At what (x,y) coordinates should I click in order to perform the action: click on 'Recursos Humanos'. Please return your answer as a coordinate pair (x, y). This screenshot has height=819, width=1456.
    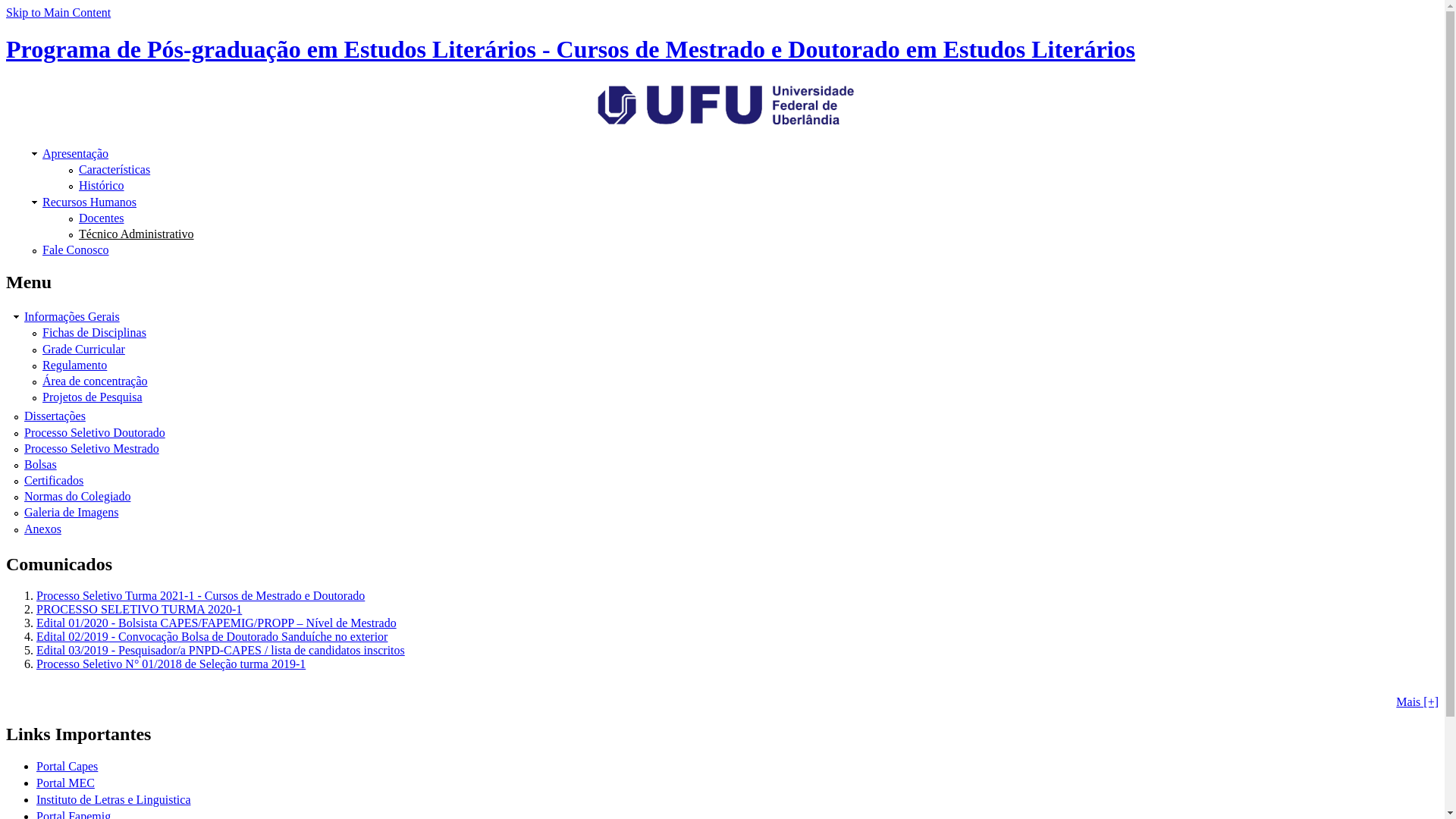
    Looking at the image, I should click on (89, 201).